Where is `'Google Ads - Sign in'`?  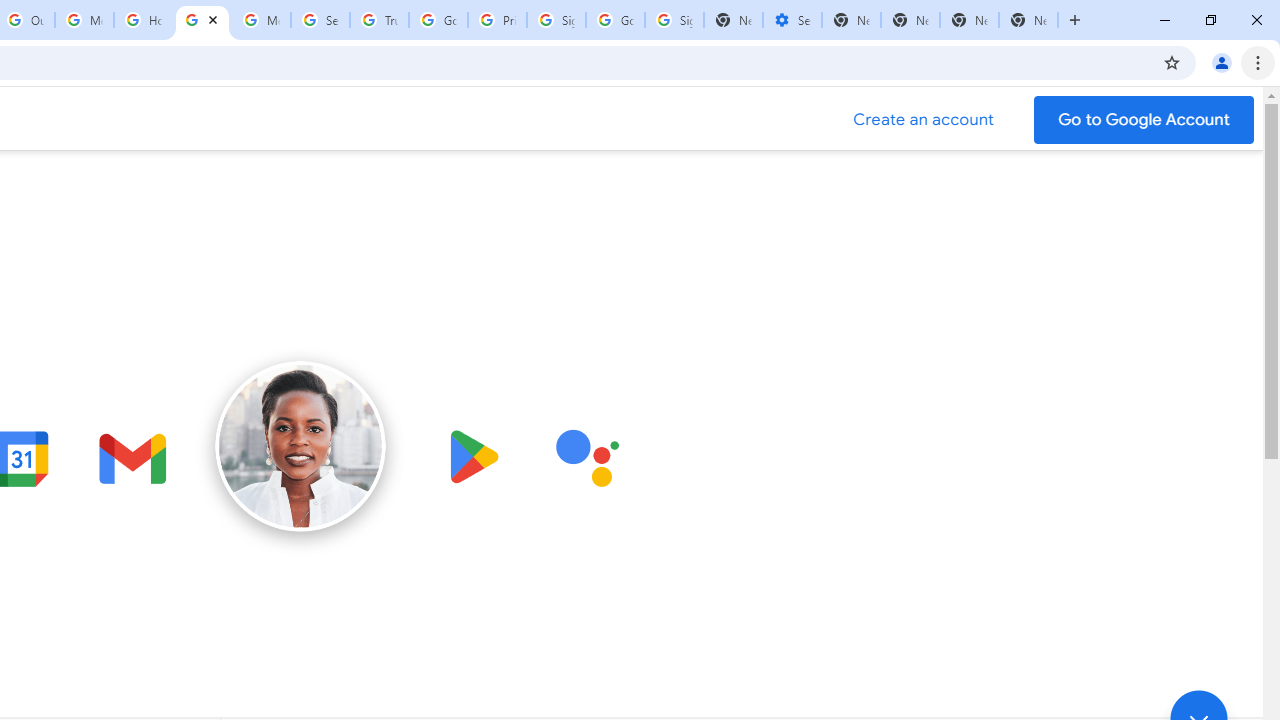
'Google Ads - Sign in' is located at coordinates (437, 20).